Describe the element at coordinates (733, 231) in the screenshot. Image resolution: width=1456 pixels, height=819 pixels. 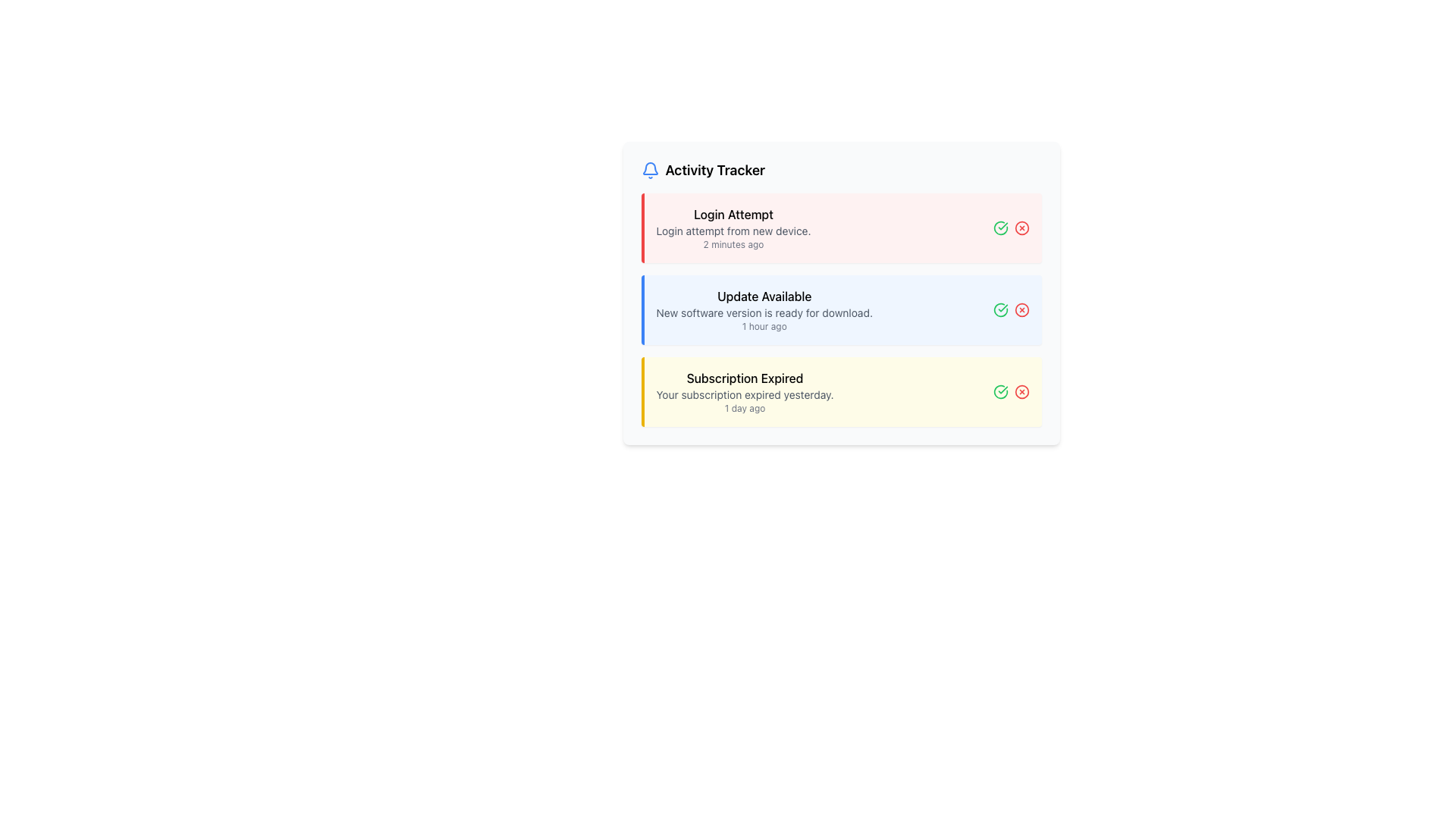
I see `the text label that reads 'Login attempt from new device.' which is styled in small gray font and is located within a red-highlighted notification panel, positioned under the title 'Login Attempt'` at that location.